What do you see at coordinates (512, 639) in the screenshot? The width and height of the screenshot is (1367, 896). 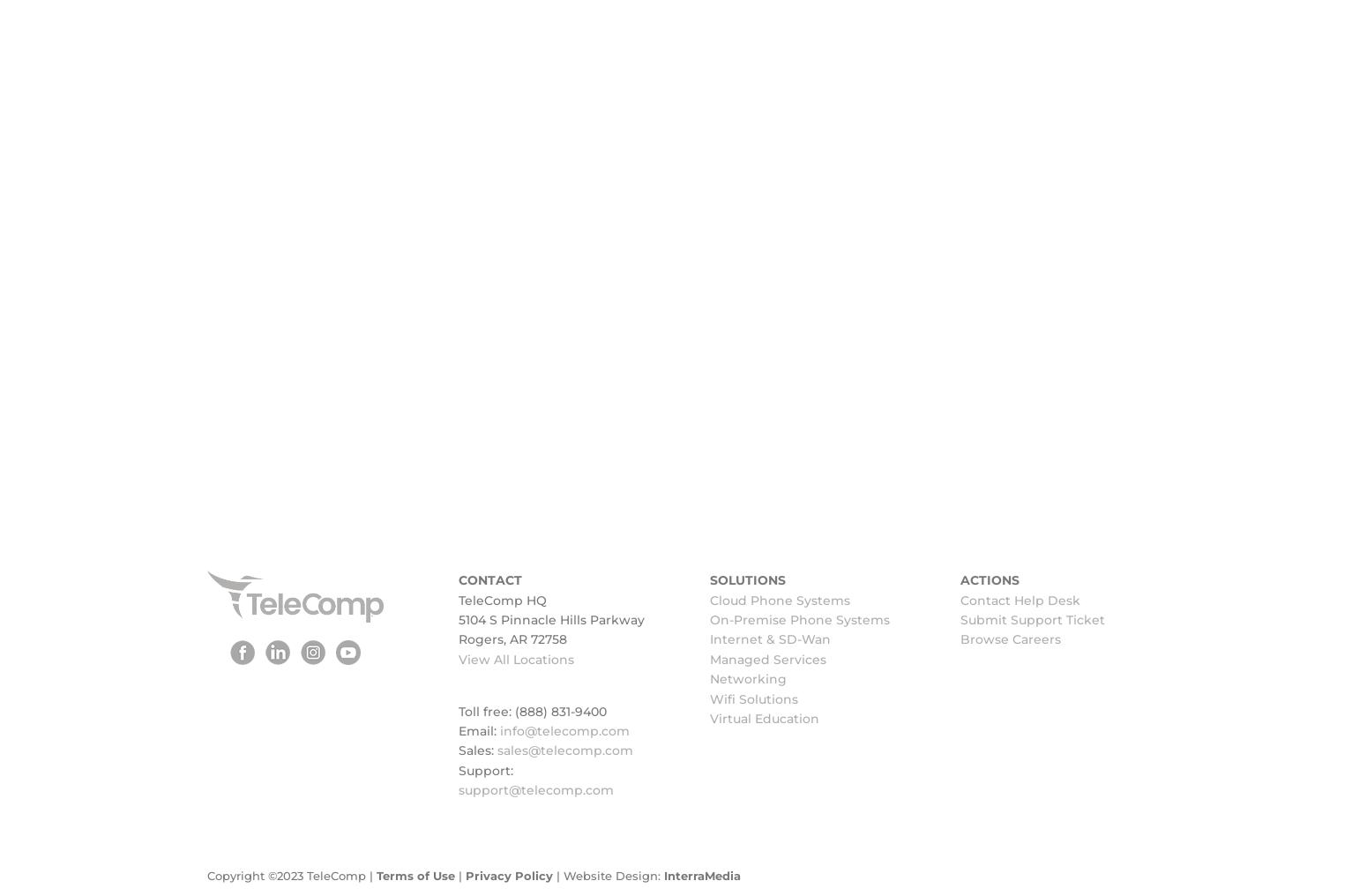 I see `'Rogers, AR 72758'` at bounding box center [512, 639].